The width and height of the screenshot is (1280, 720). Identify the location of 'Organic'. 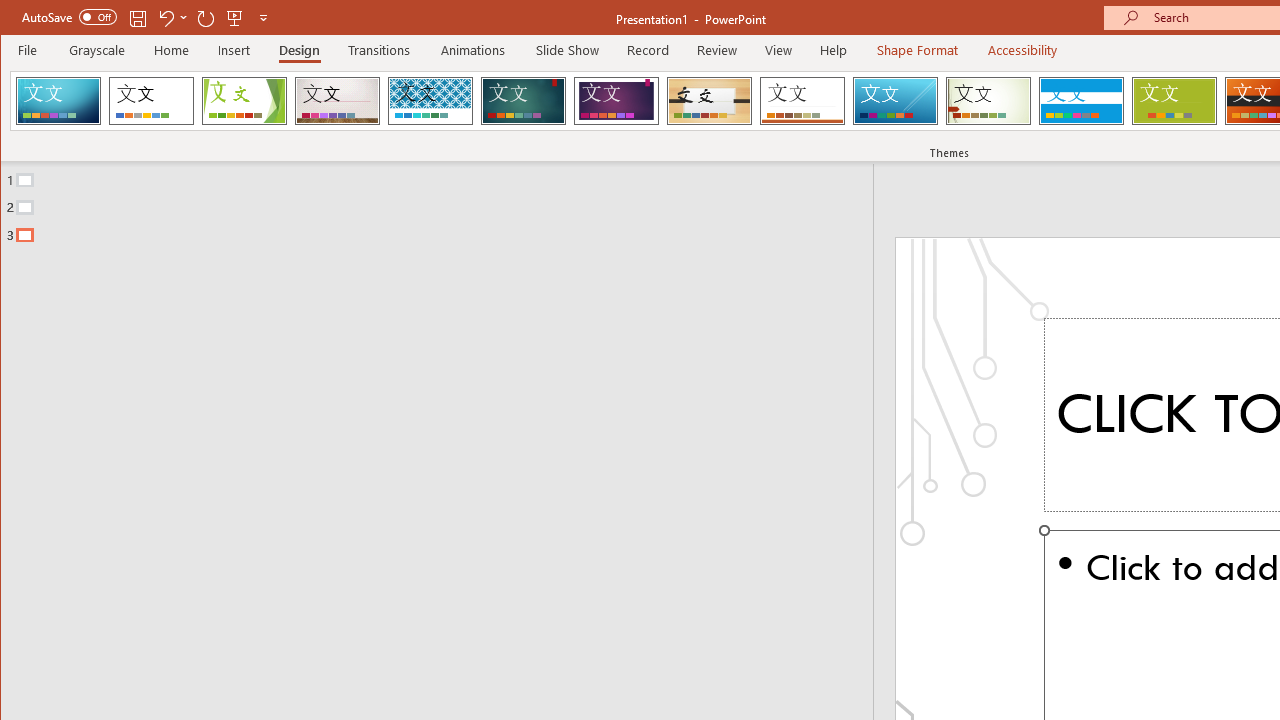
(709, 100).